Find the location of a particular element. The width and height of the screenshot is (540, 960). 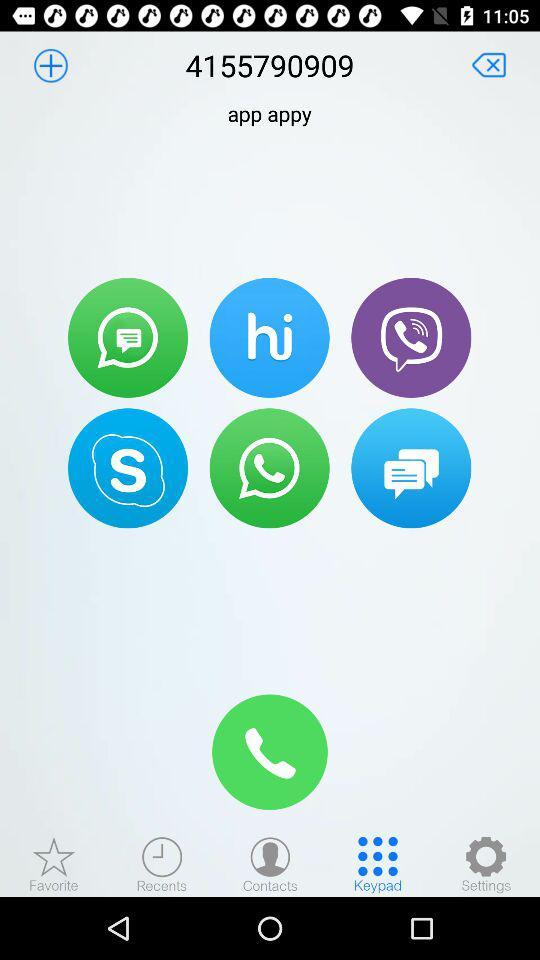

the add icon is located at coordinates (50, 65).